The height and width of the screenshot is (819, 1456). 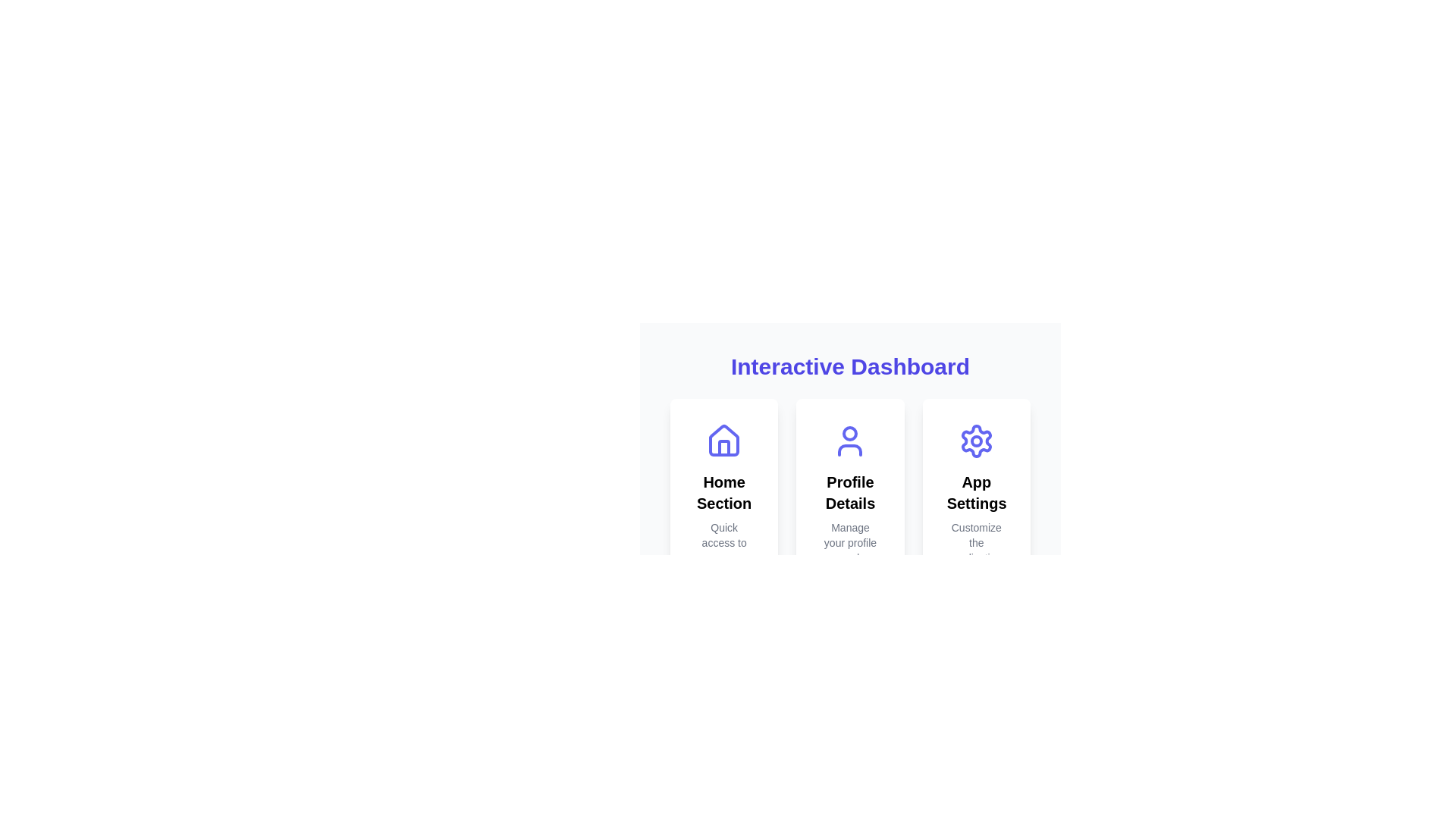 What do you see at coordinates (723, 516) in the screenshot?
I see `the Information Card, which is the first card in a horizontal grid layout` at bounding box center [723, 516].